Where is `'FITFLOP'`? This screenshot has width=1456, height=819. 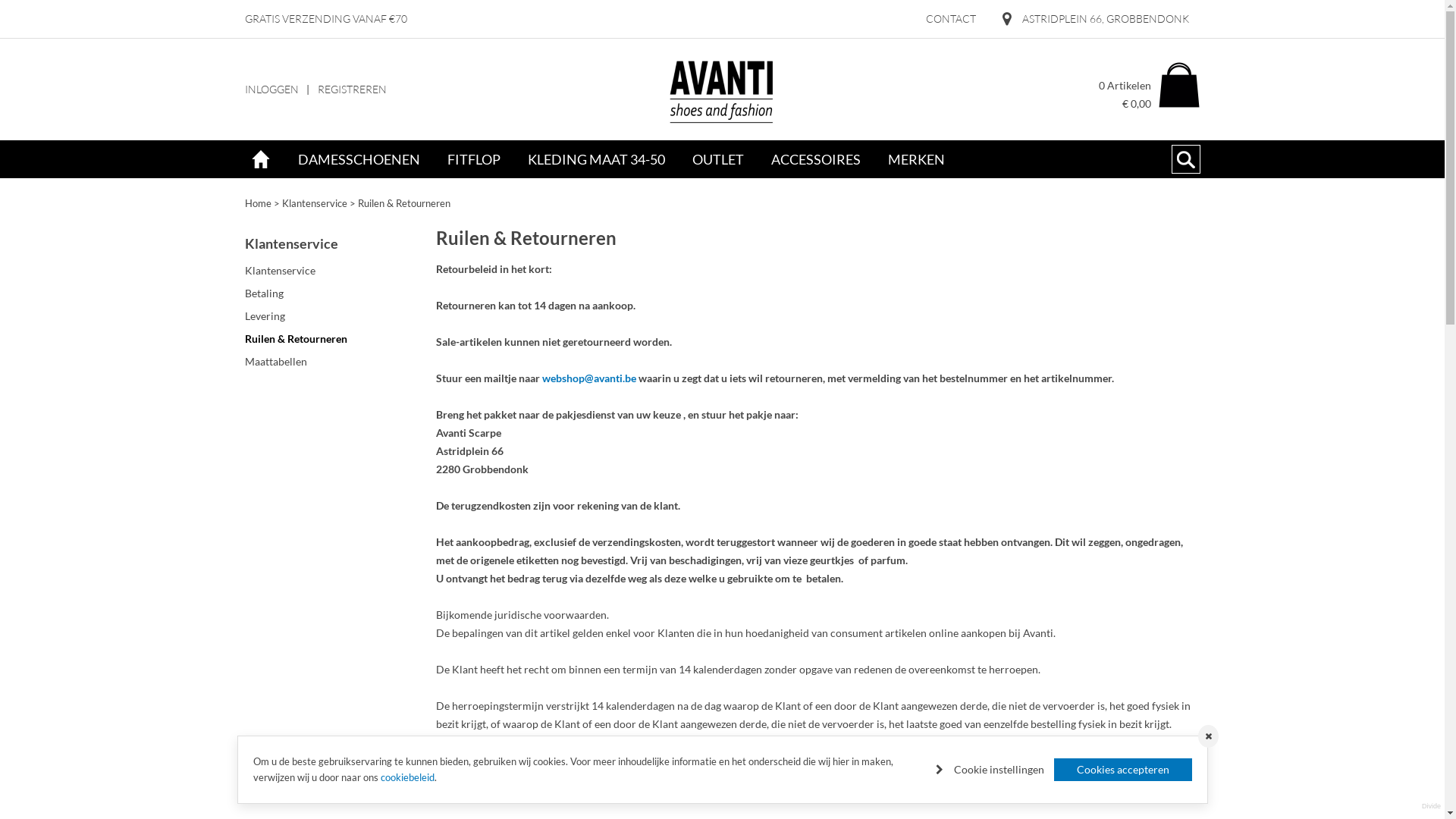
'FITFLOP' is located at coordinates (472, 159).